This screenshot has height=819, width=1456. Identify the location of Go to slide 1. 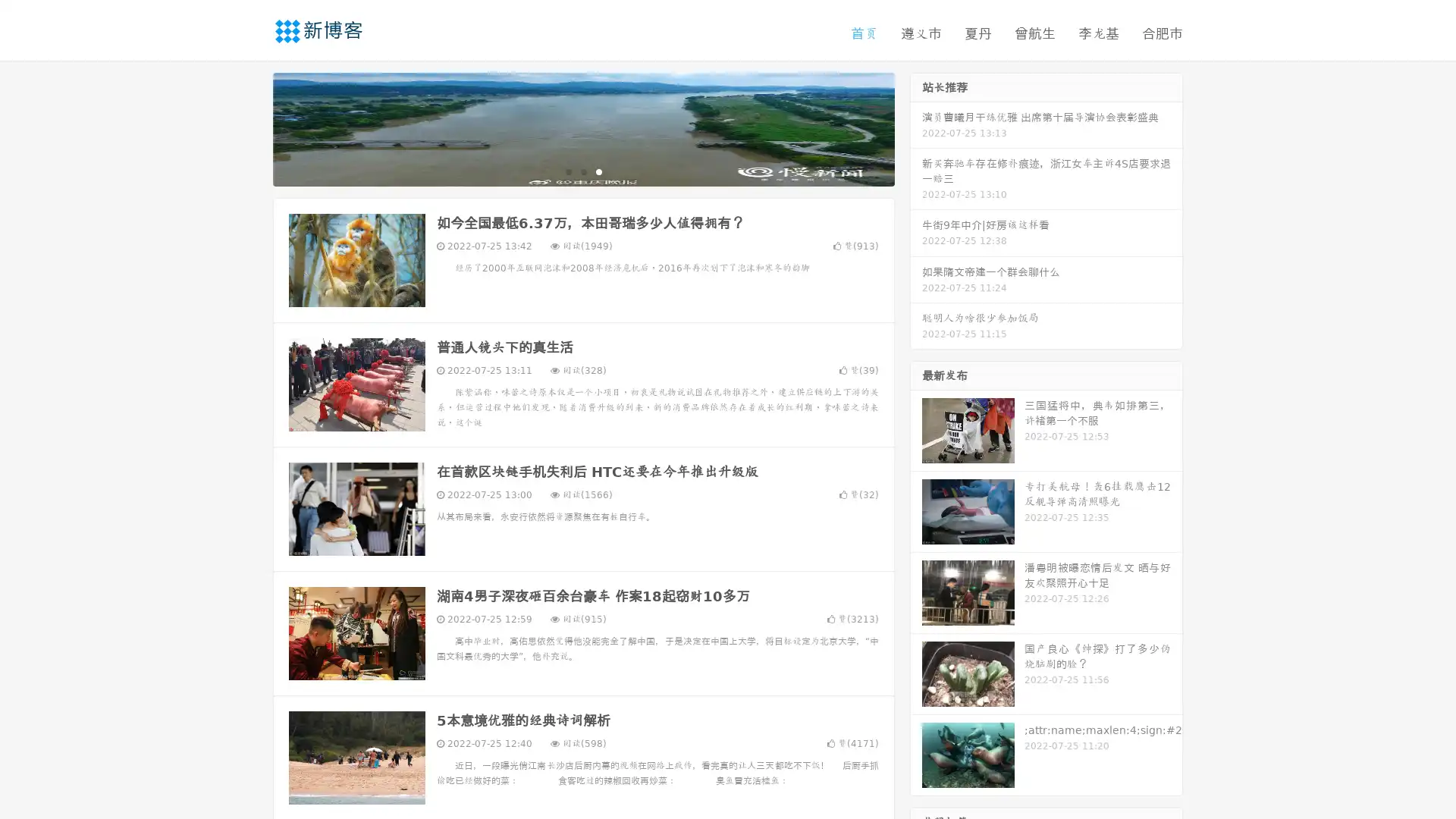
(567, 171).